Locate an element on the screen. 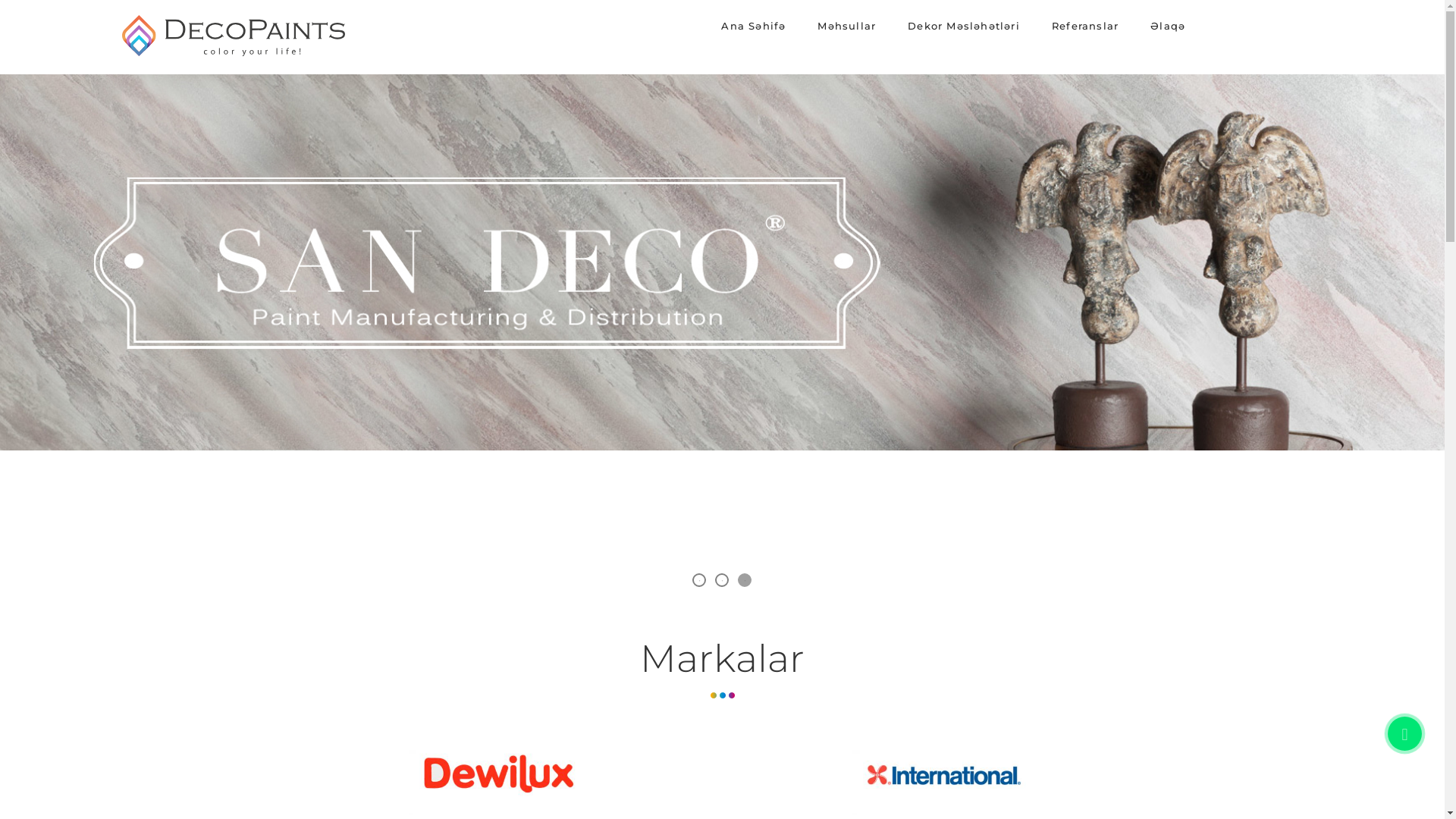  'Dewilux' is located at coordinates (500, 777).